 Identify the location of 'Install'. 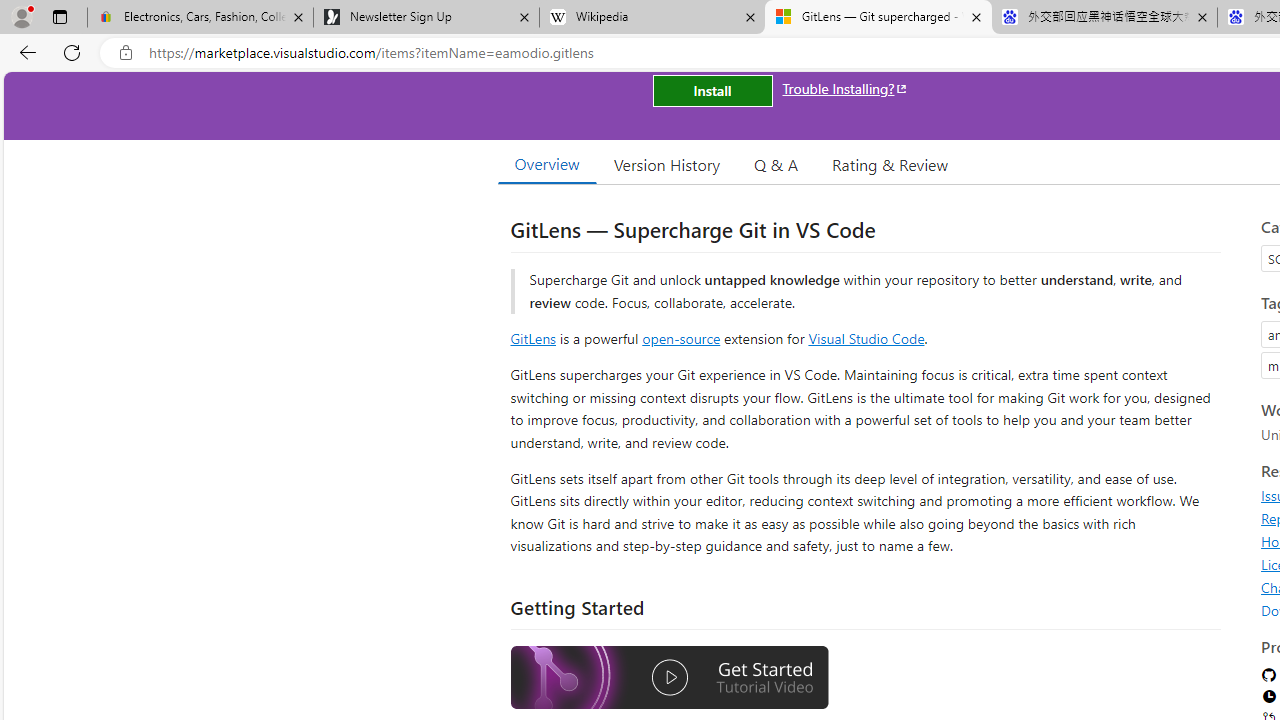
(712, 91).